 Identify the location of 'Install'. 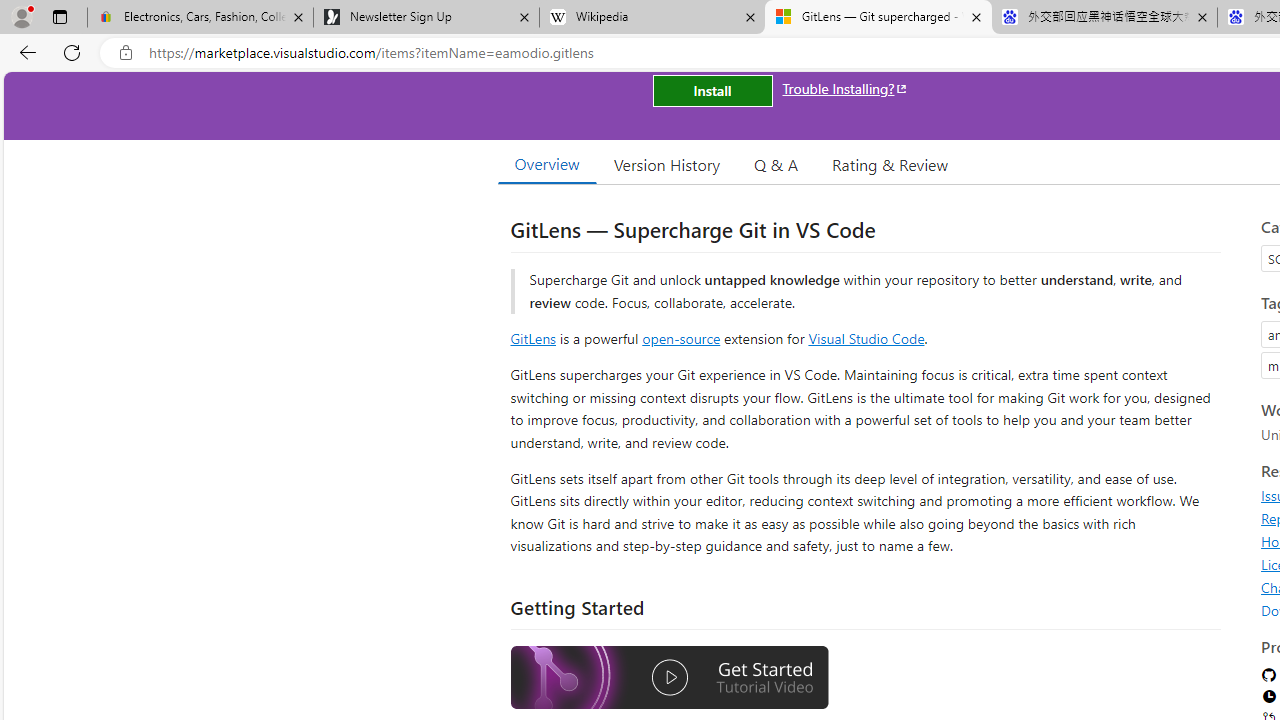
(712, 91).